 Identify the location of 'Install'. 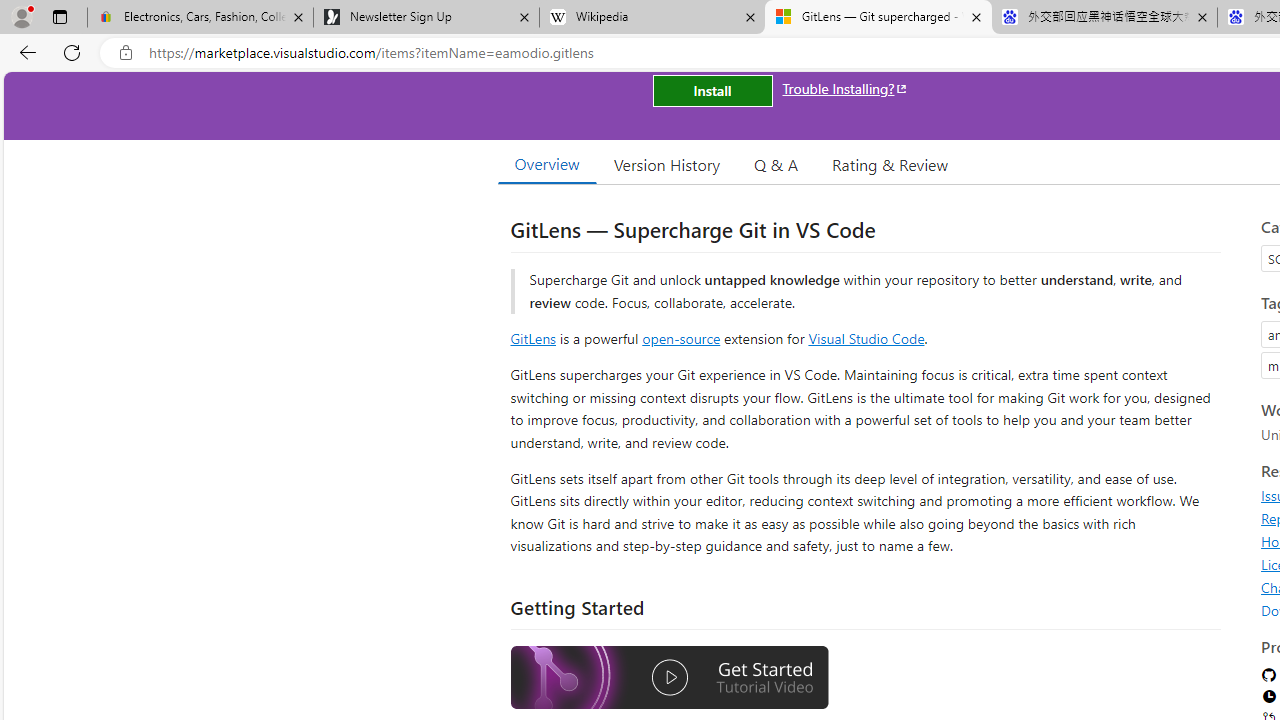
(712, 91).